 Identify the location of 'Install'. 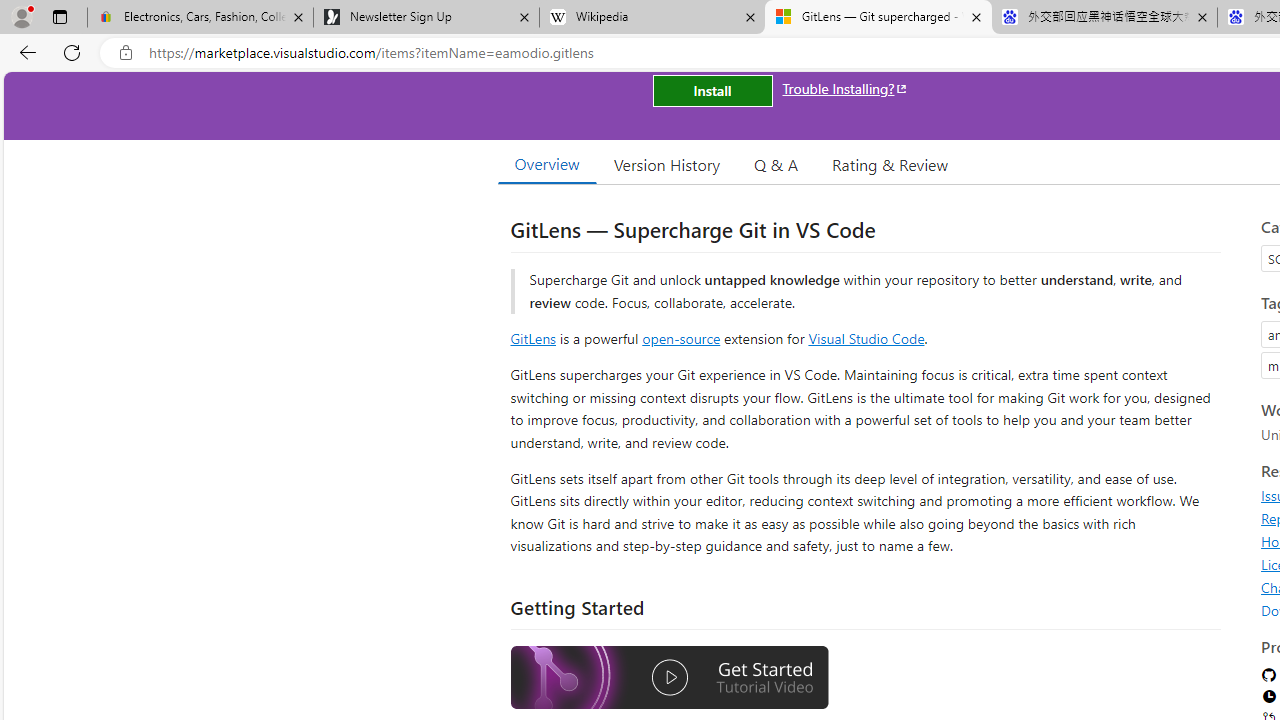
(712, 91).